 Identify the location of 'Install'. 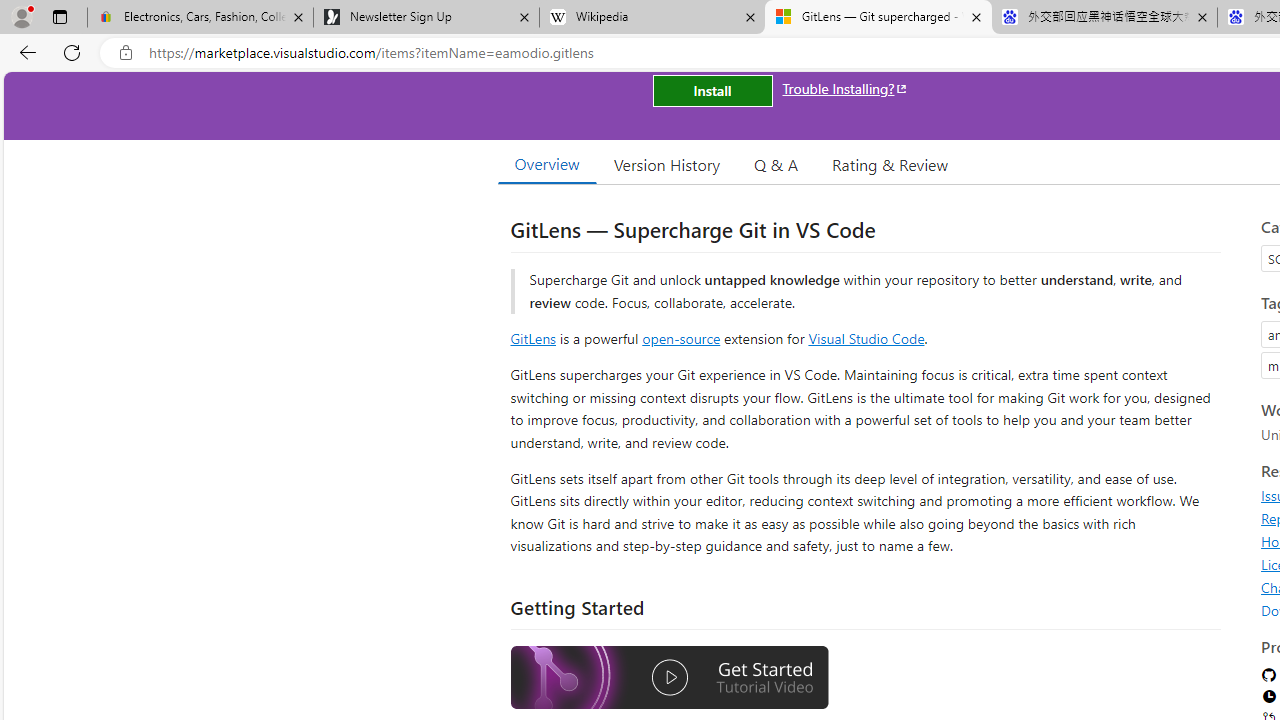
(712, 91).